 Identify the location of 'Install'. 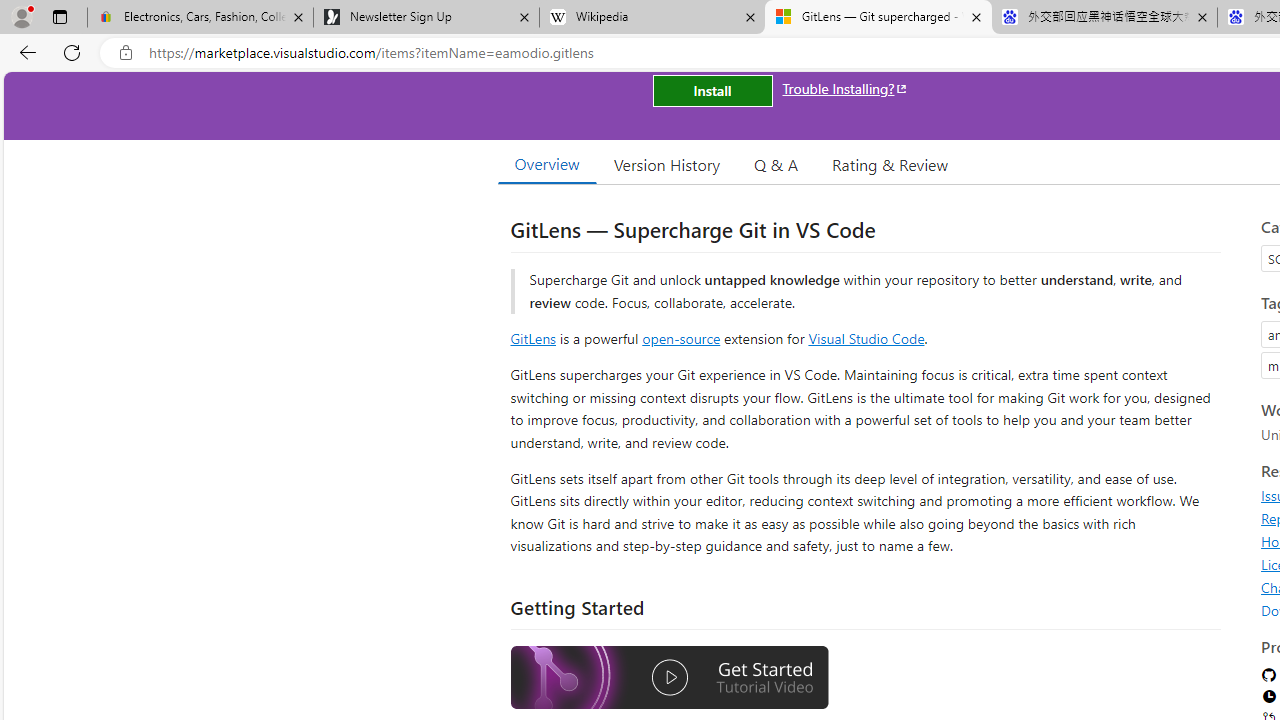
(712, 91).